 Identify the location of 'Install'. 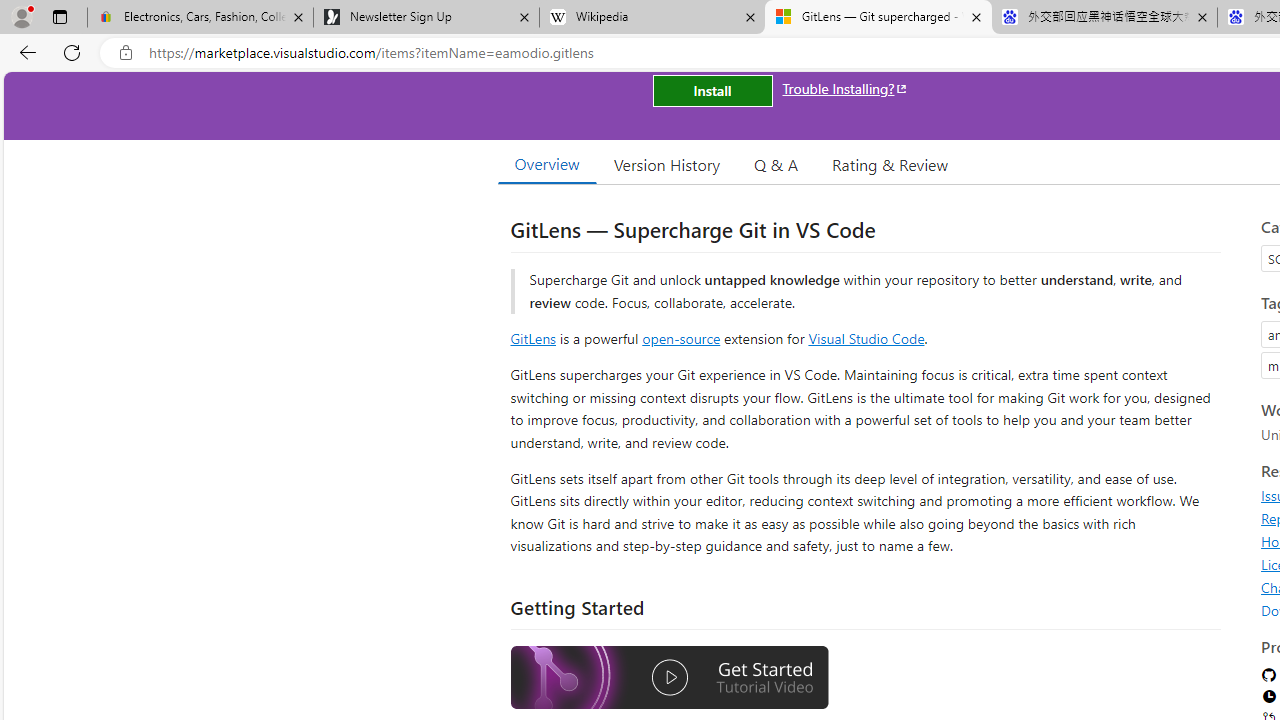
(712, 91).